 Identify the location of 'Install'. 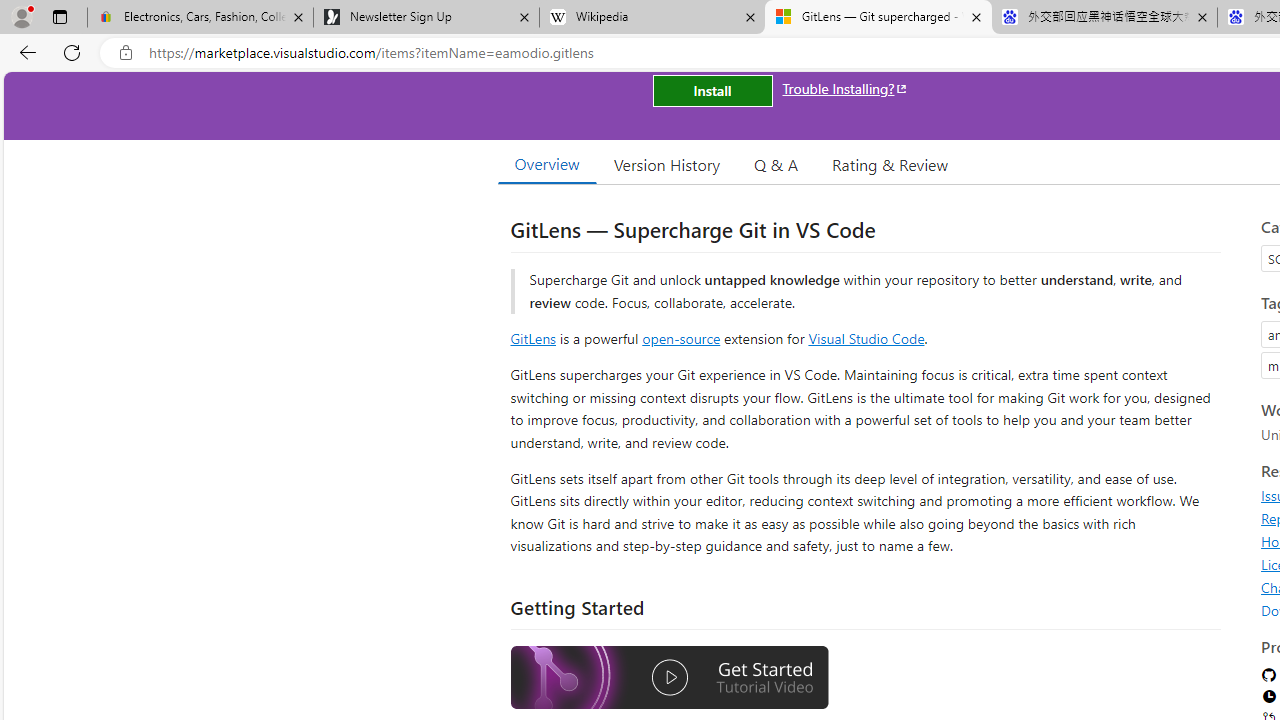
(712, 91).